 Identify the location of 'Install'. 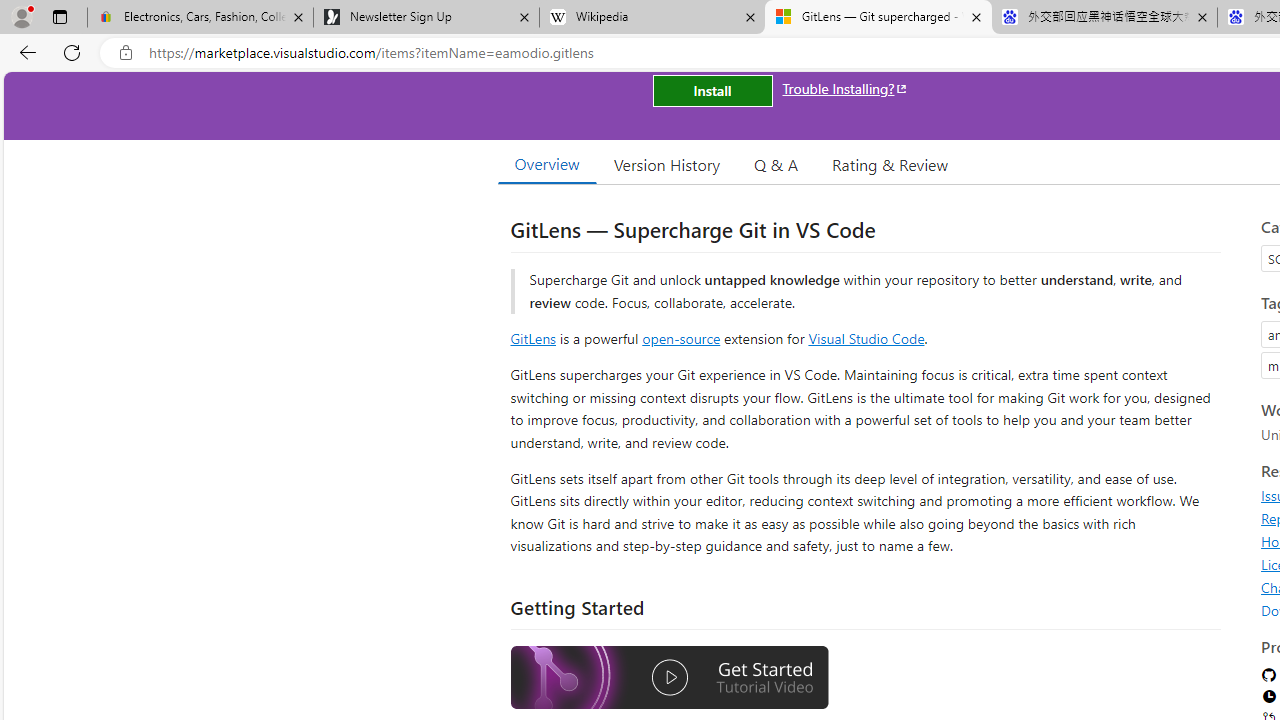
(712, 91).